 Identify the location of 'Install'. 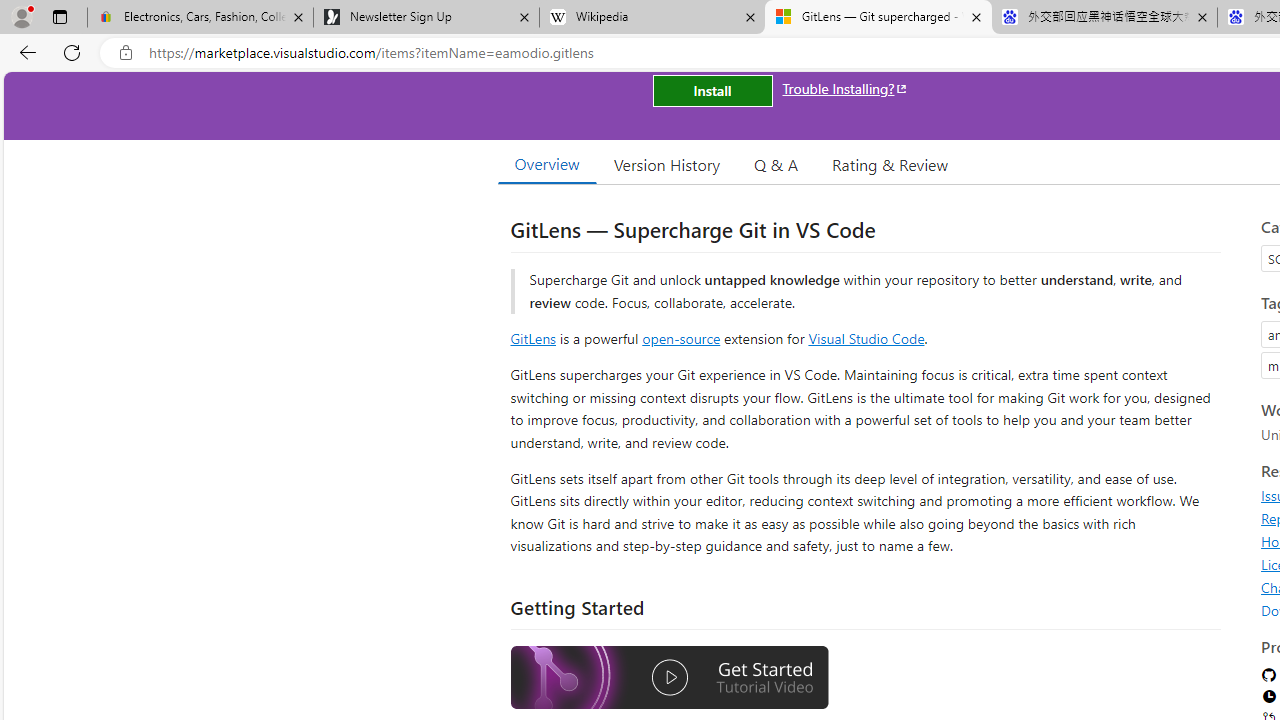
(712, 91).